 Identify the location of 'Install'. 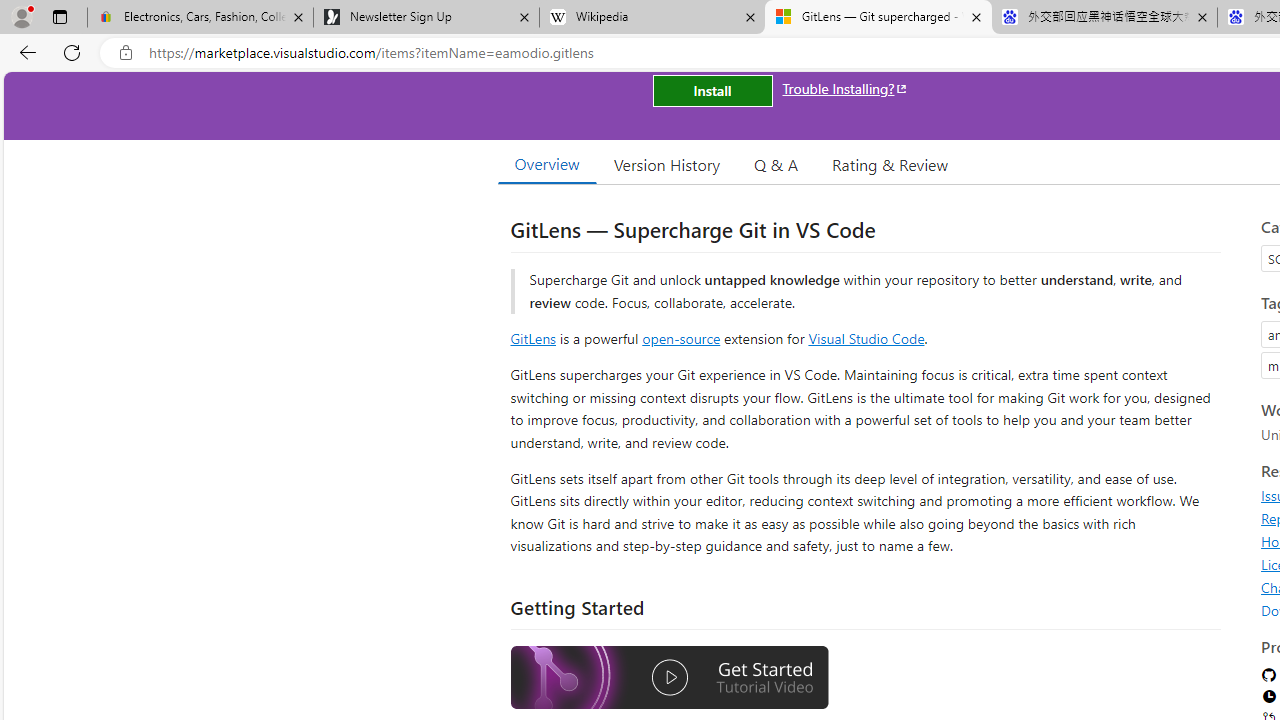
(712, 91).